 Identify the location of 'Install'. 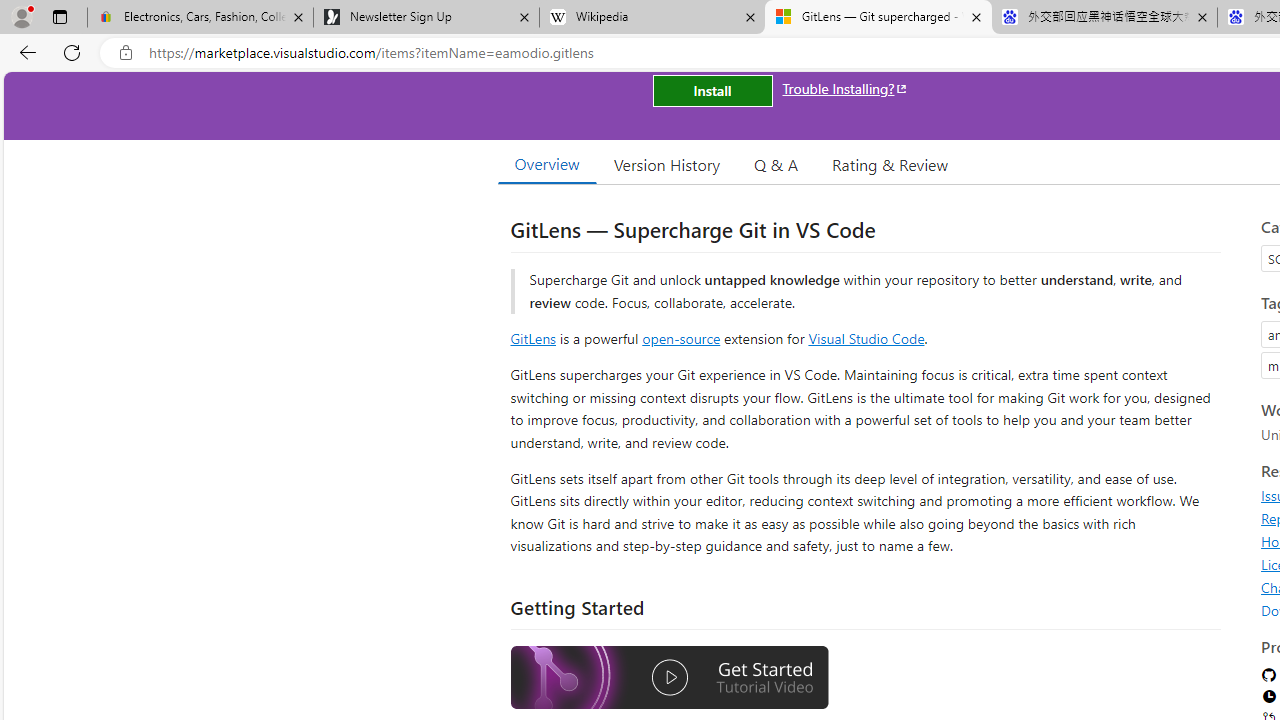
(712, 91).